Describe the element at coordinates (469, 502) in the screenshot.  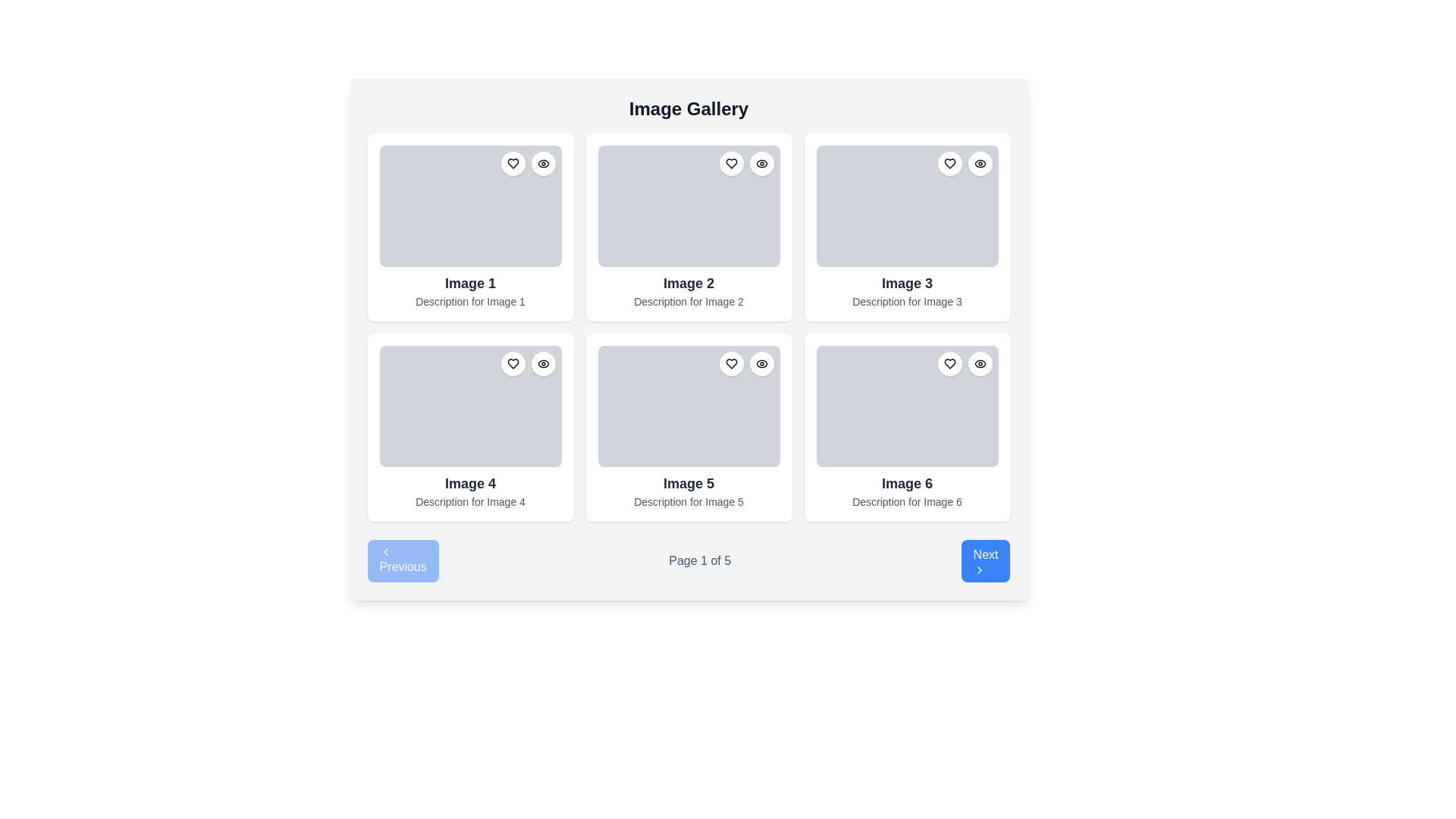
I see `the static text label providing a description for 'Image 4', located beneath the title in the fourth item of a 3x2 grid layout` at that location.